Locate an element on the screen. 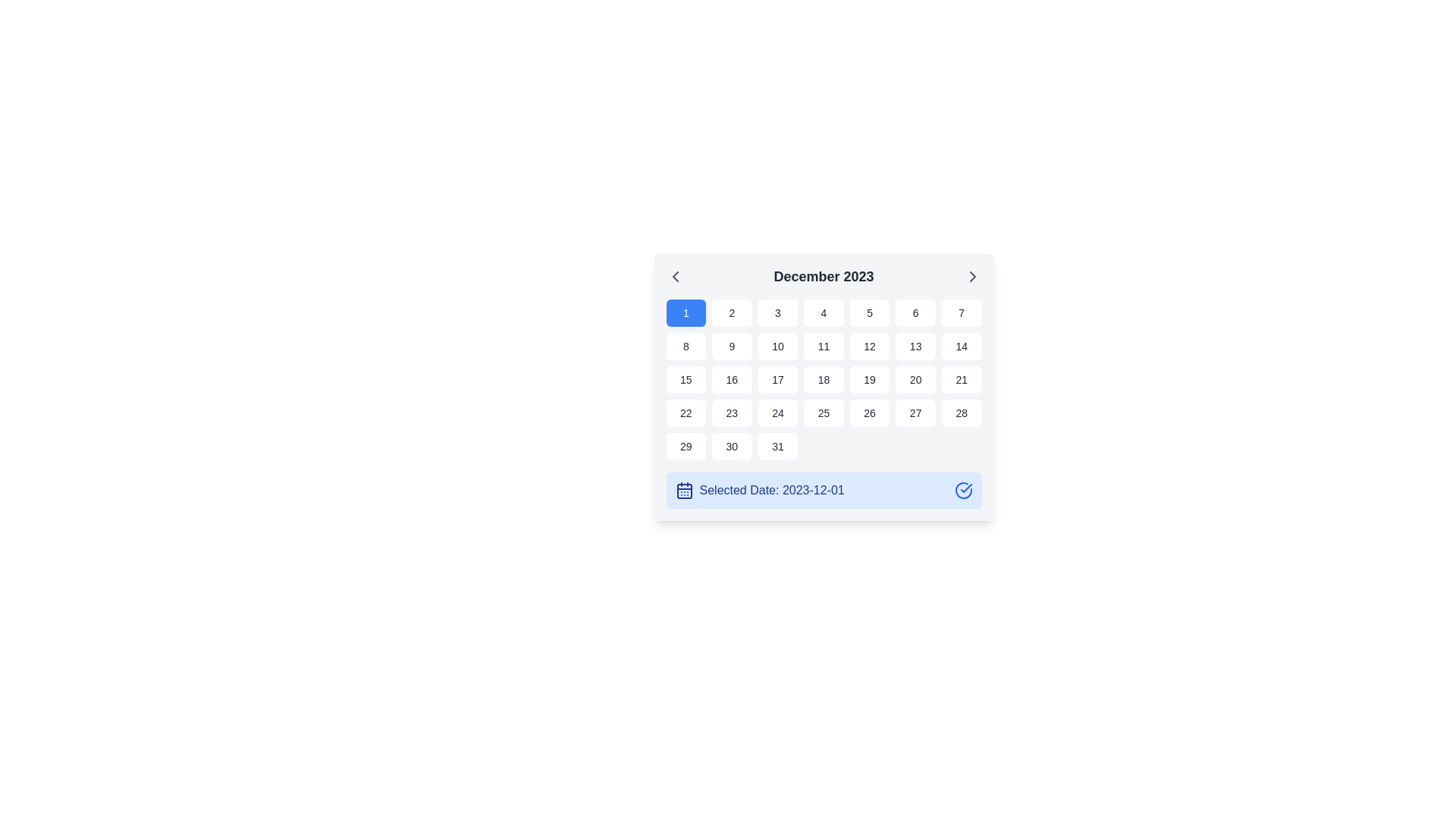 The image size is (1456, 819). the rounded rectangular button displaying the number '22' in the calendar grid is located at coordinates (685, 413).